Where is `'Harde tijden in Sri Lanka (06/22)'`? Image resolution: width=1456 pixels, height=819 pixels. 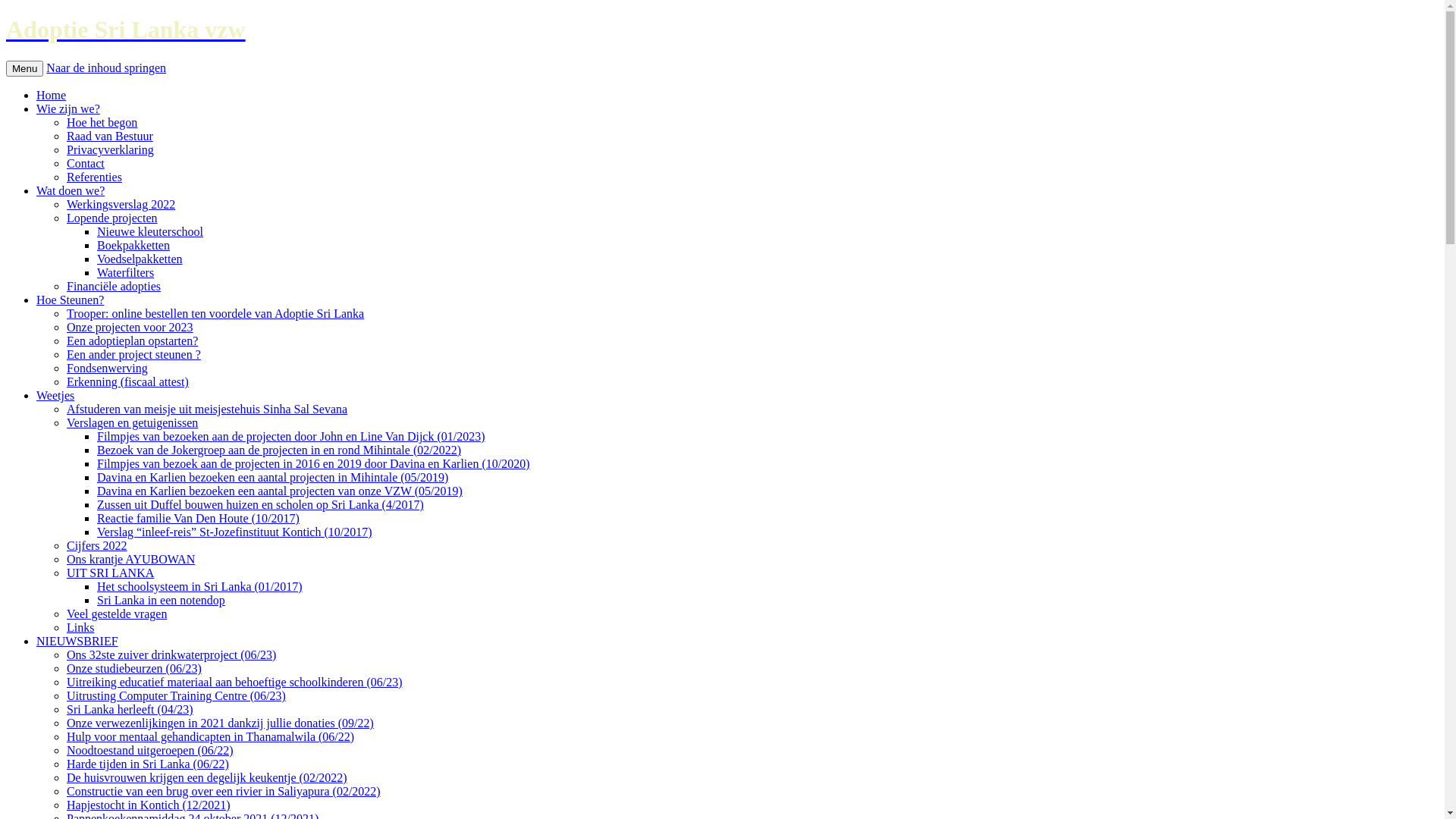 'Harde tijden in Sri Lanka (06/22)' is located at coordinates (148, 764).